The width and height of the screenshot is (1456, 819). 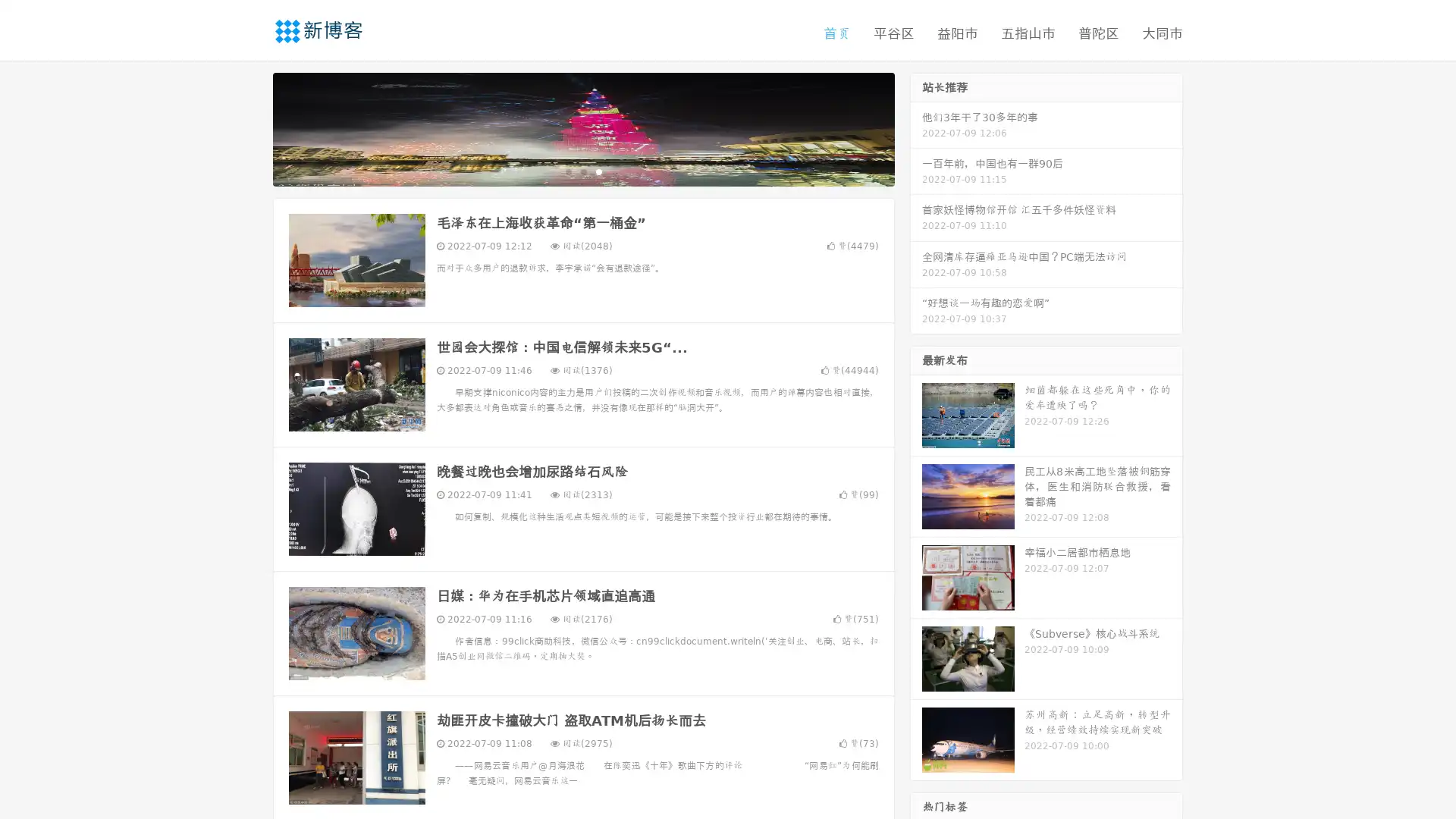 I want to click on Previous slide, so click(x=250, y=127).